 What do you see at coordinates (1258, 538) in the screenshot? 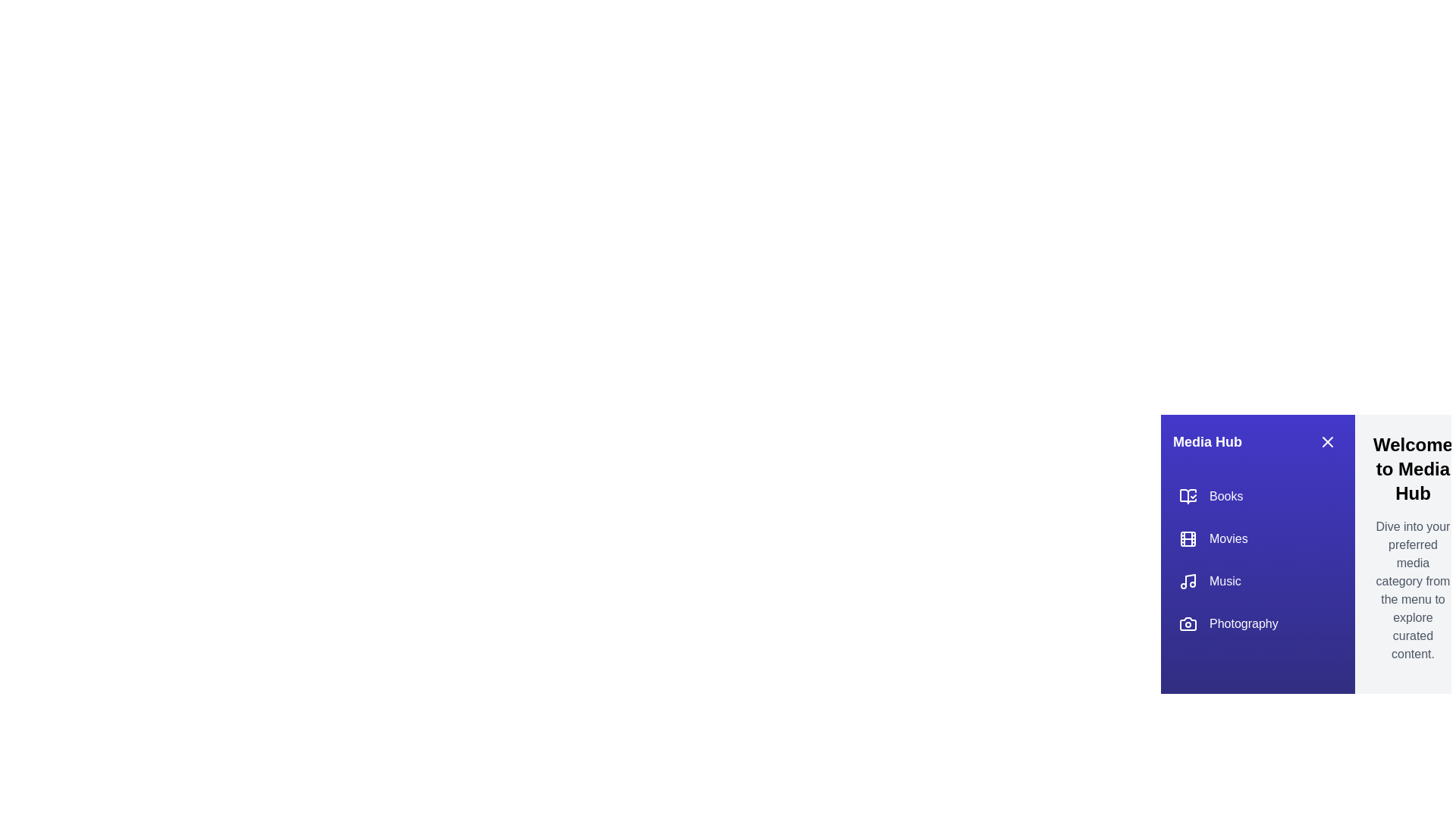
I see `the category Movies to observe the hover effect` at bounding box center [1258, 538].